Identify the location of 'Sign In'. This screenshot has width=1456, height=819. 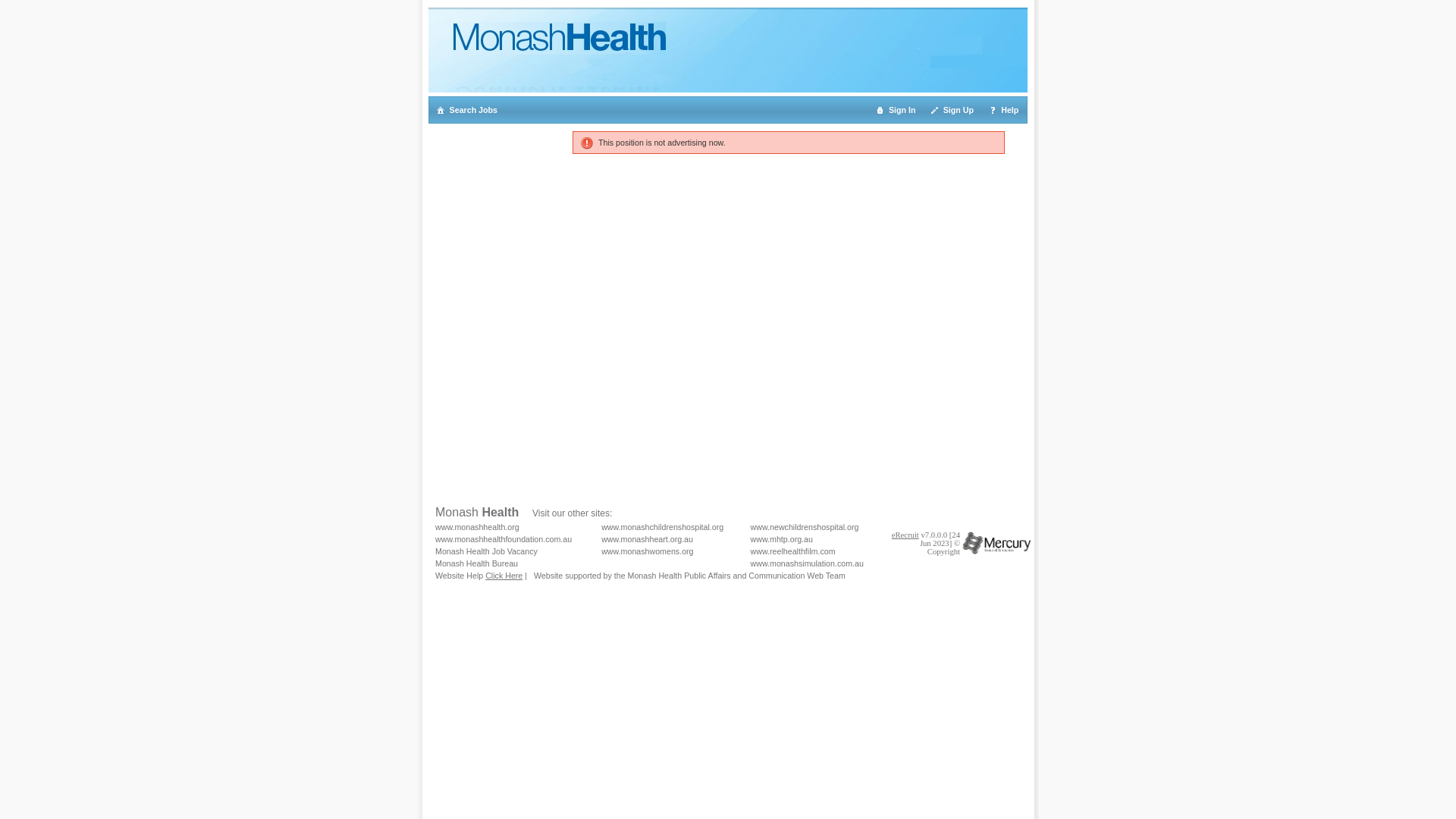
(896, 109).